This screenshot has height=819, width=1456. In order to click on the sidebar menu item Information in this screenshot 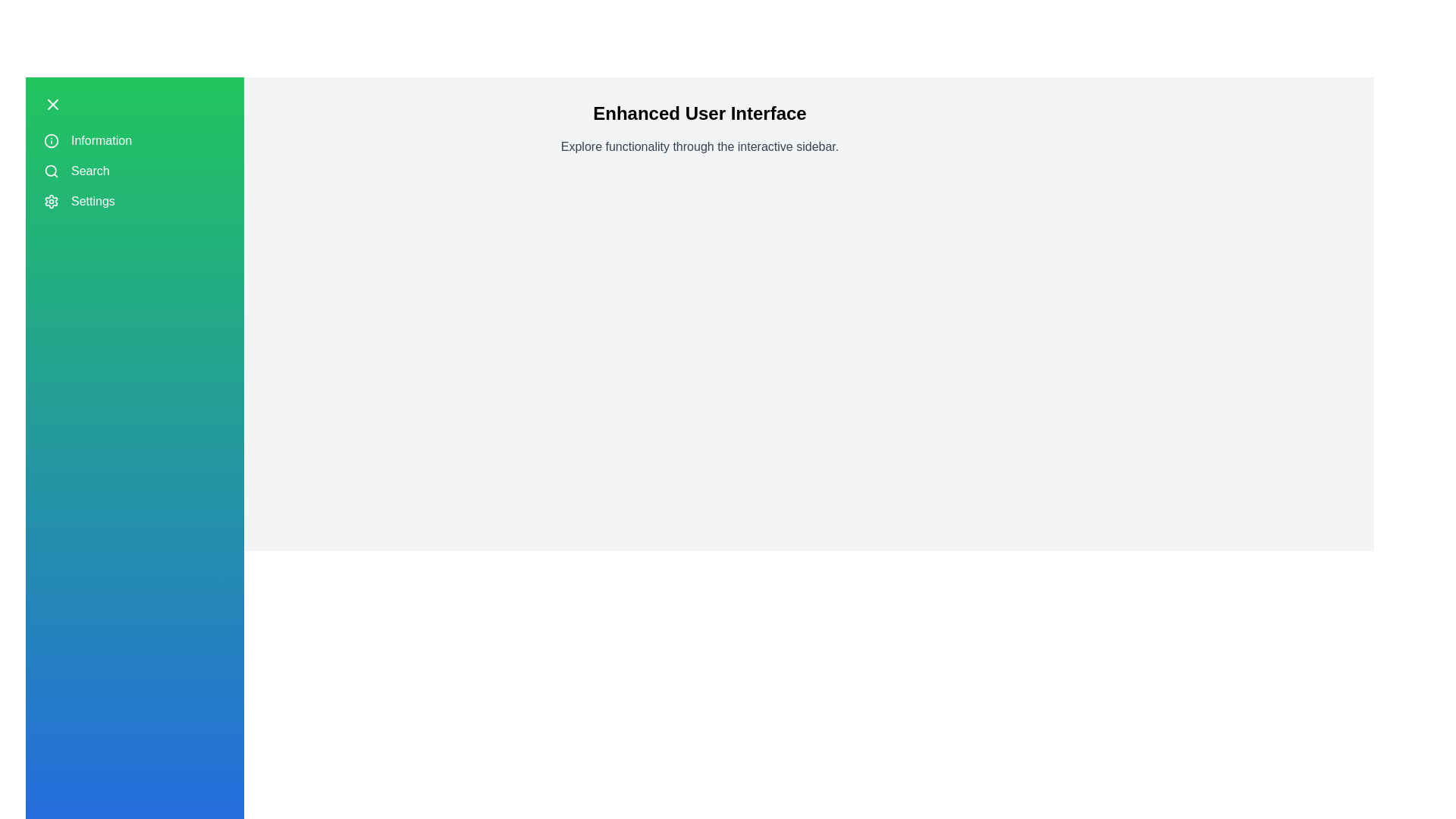, I will do `click(134, 140)`.